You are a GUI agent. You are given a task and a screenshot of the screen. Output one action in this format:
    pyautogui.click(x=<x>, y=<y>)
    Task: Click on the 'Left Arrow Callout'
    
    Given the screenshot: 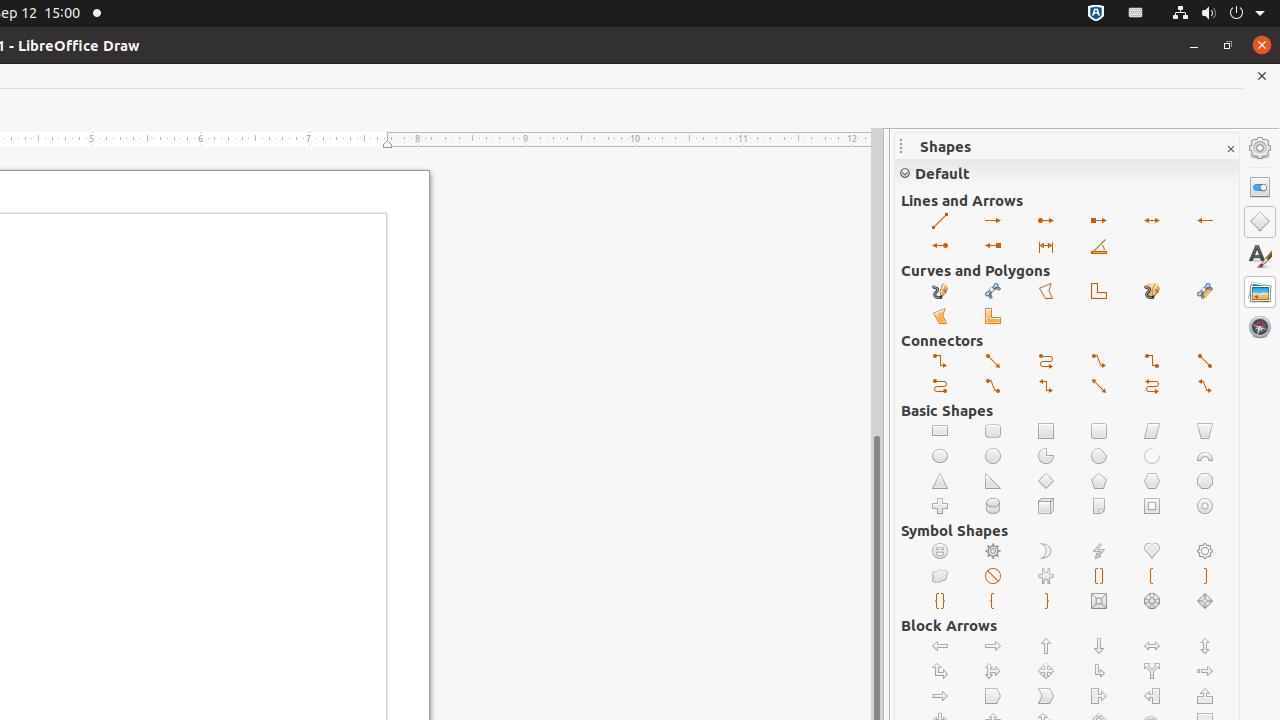 What is the action you would take?
    pyautogui.click(x=1152, y=695)
    